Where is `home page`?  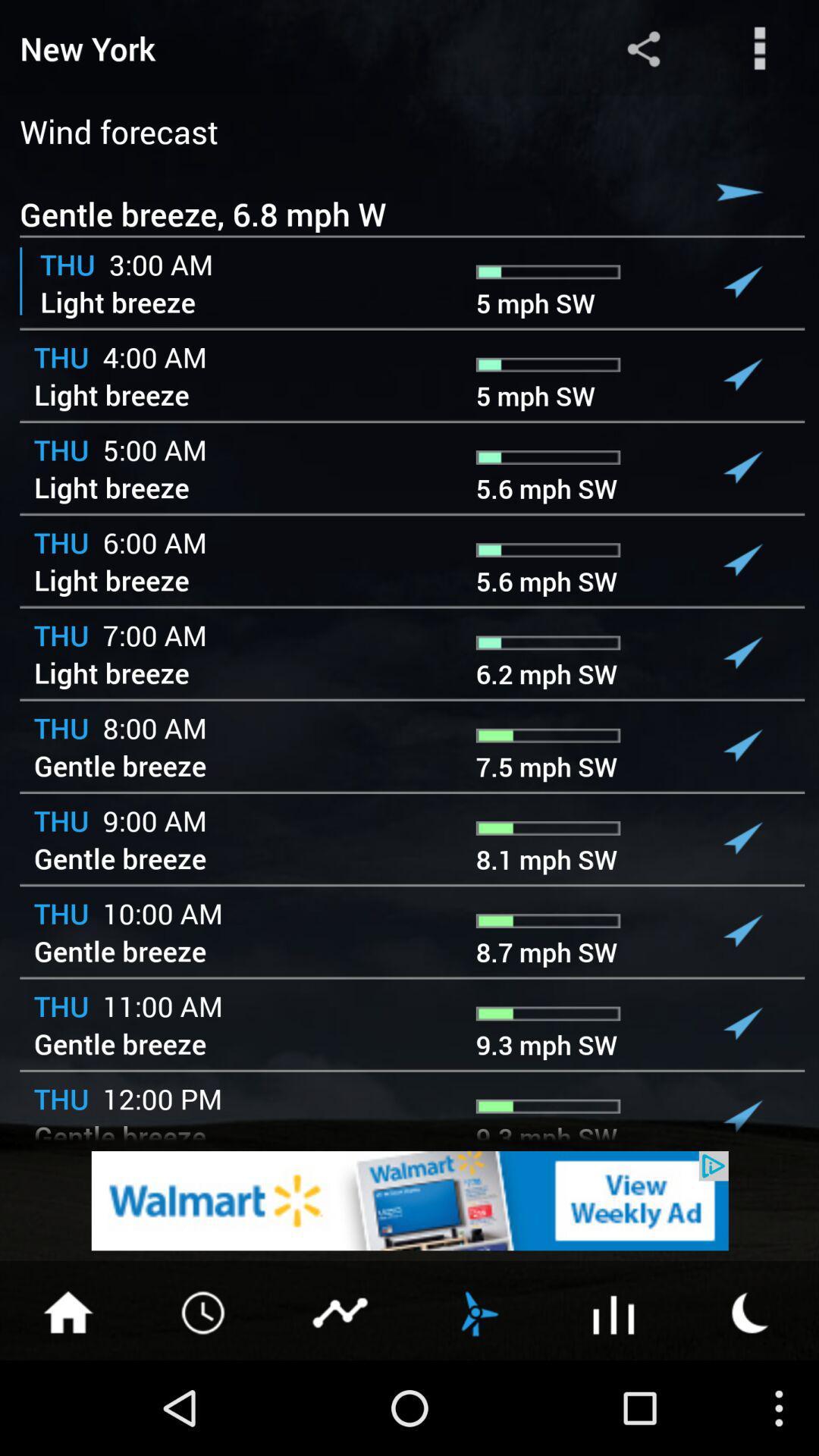
home page is located at coordinates (67, 1310).